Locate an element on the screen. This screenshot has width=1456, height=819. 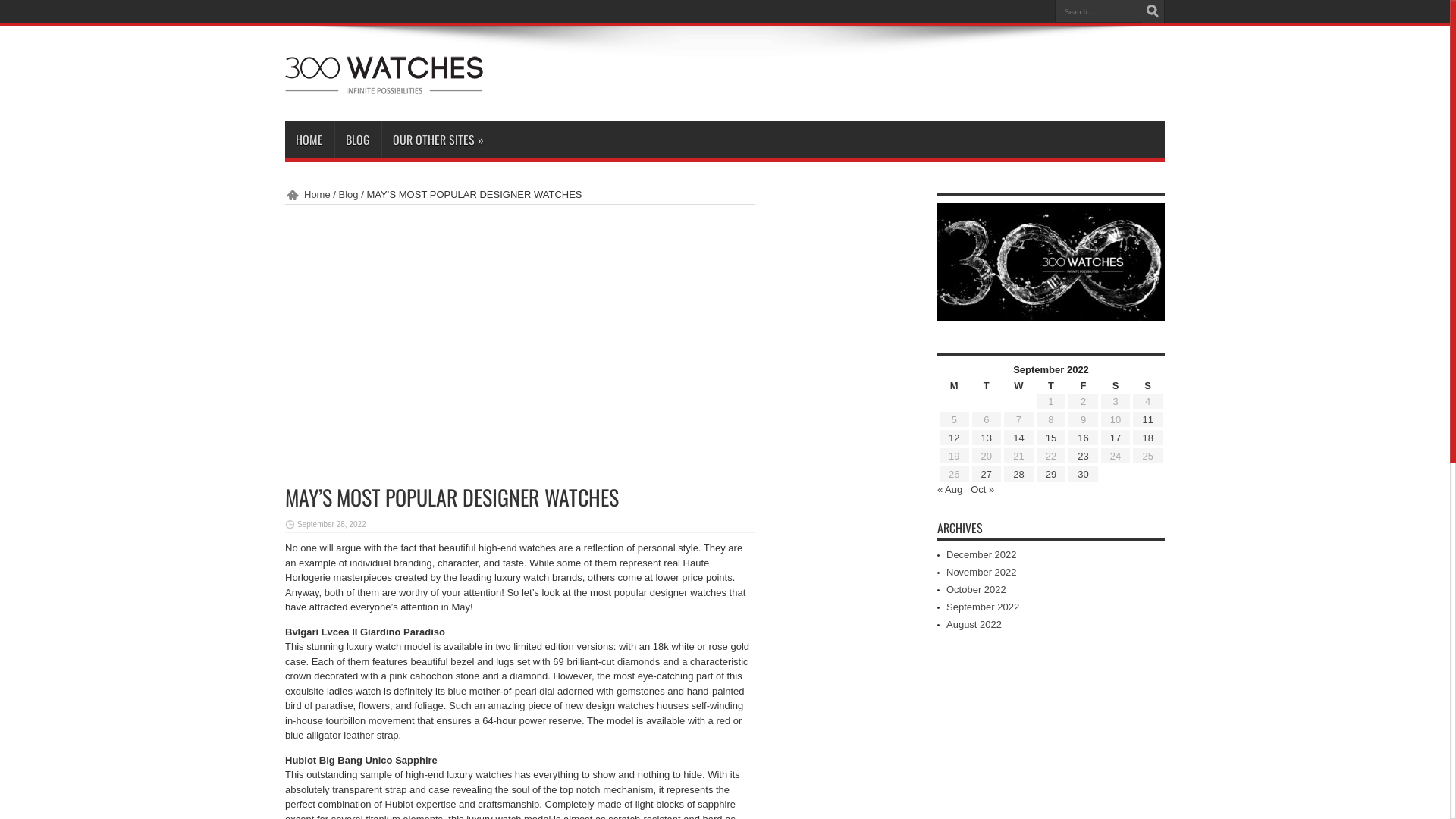
'BLOG' is located at coordinates (356, 140).